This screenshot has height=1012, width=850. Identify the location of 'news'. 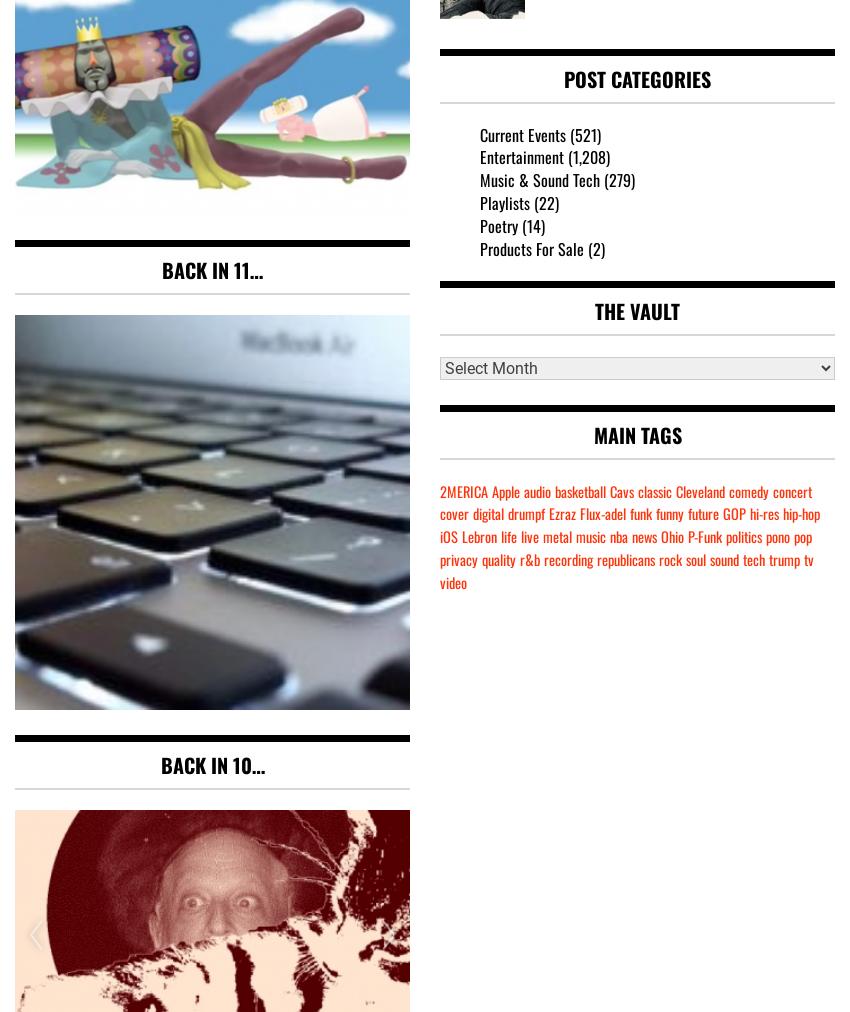
(644, 535).